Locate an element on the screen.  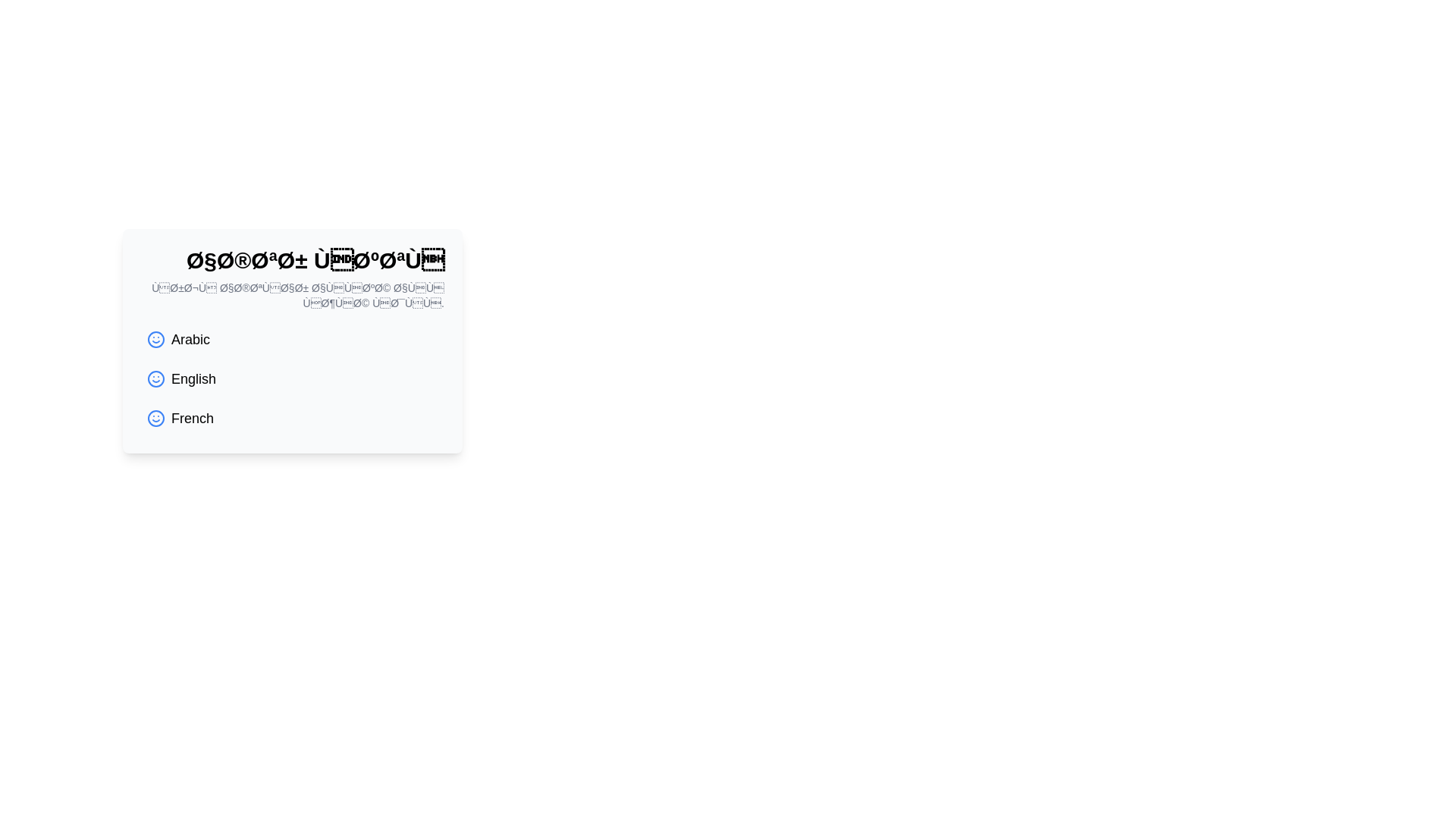
the blue circular smiley face icon located to the left of the 'English' language option in the list is located at coordinates (156, 378).